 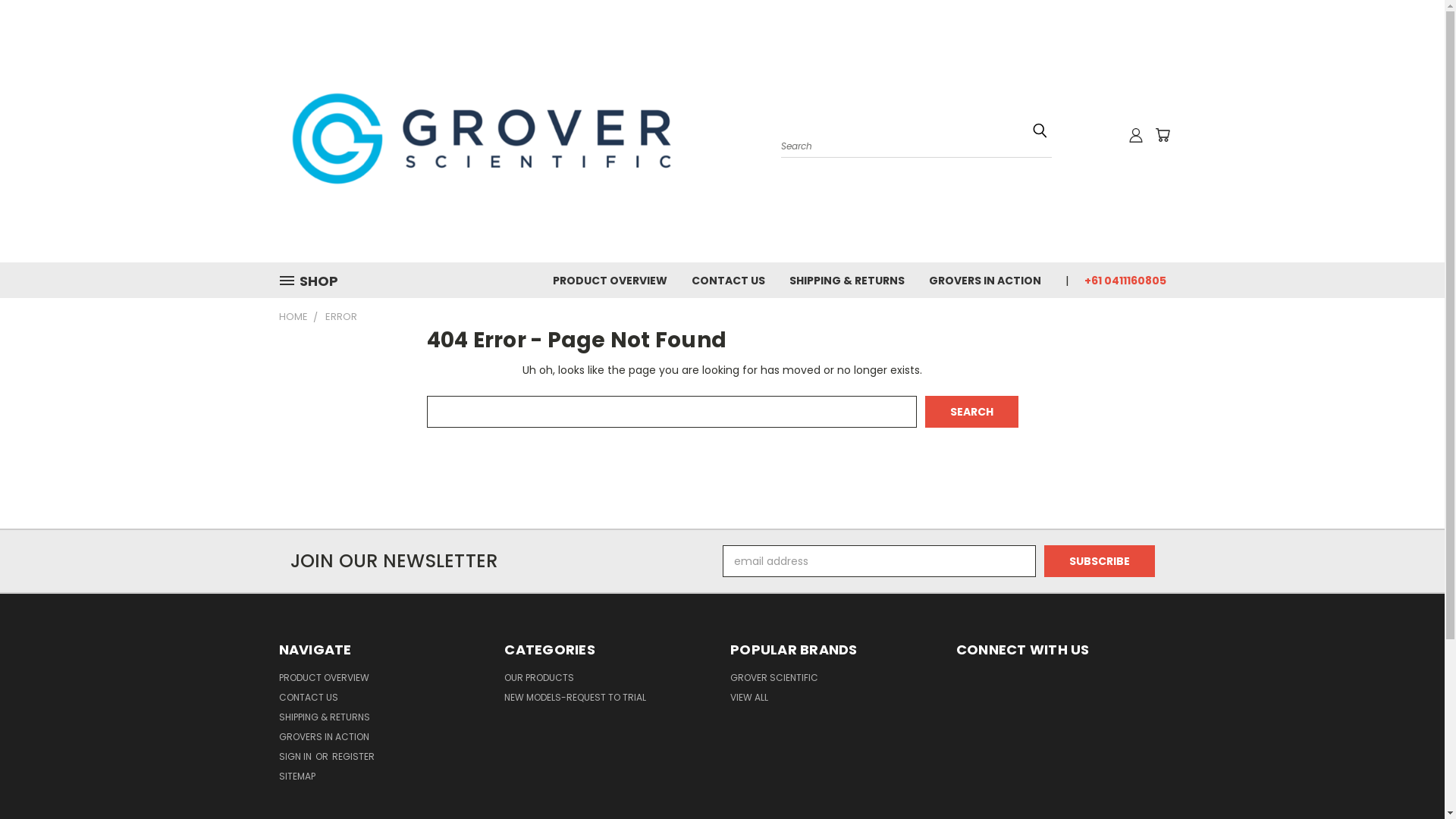 What do you see at coordinates (1039, 130) in the screenshot?
I see `'Submit Search'` at bounding box center [1039, 130].